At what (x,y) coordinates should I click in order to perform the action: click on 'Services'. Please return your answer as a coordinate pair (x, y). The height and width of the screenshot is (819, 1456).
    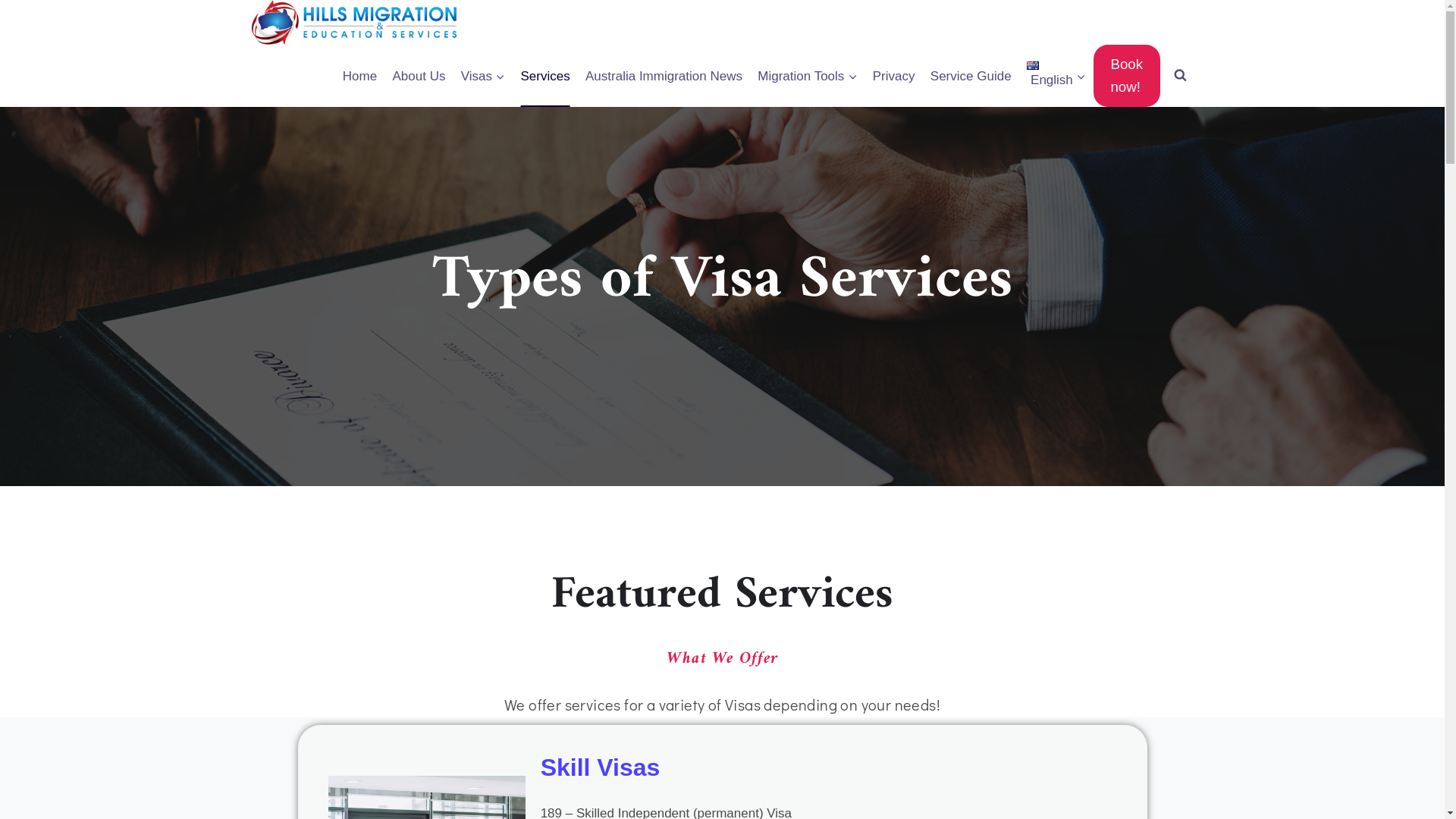
    Looking at the image, I should click on (545, 76).